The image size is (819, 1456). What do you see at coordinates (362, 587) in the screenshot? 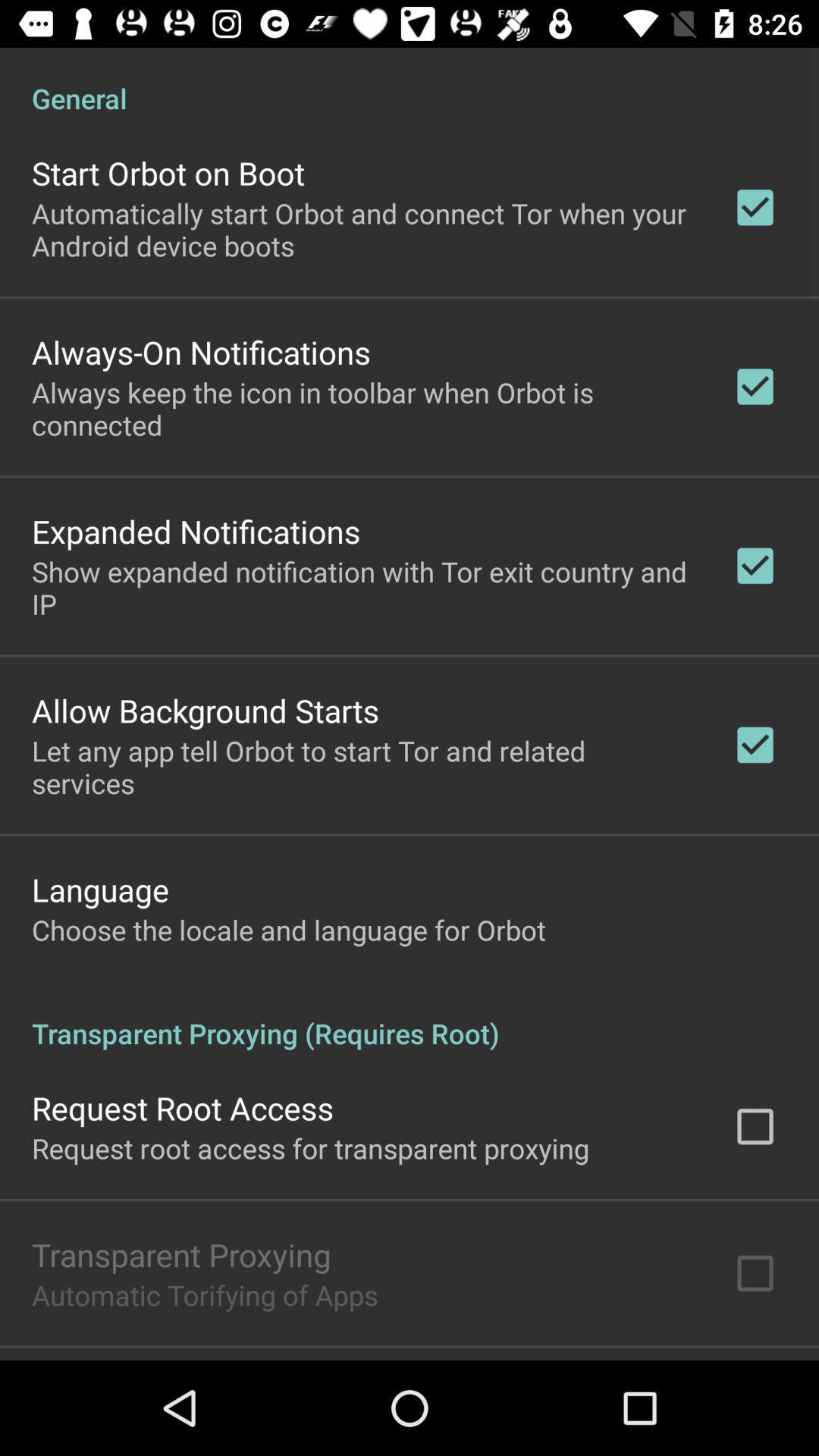
I see `the icon above the allow background starts` at bounding box center [362, 587].